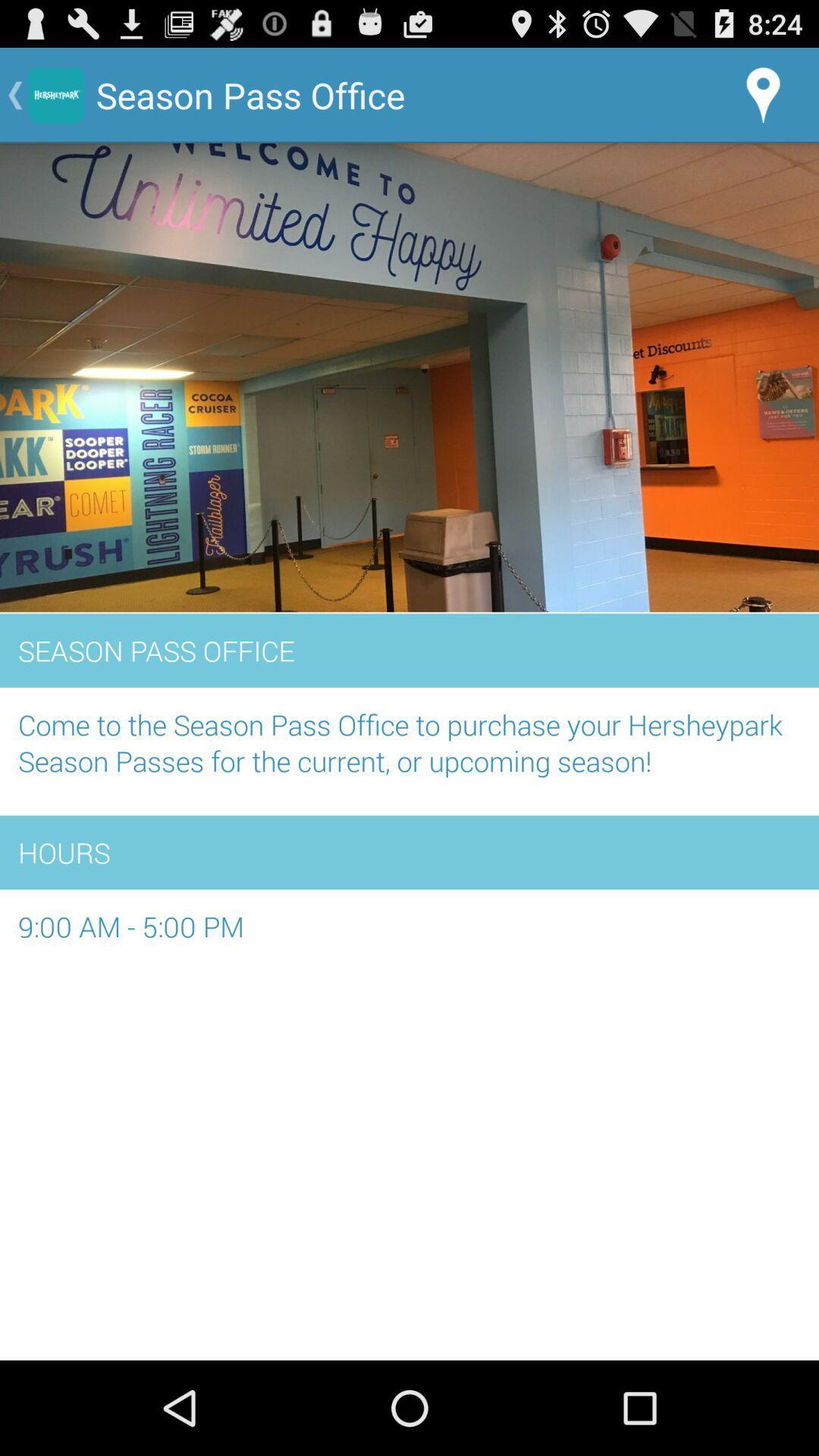  Describe the element at coordinates (409, 378) in the screenshot. I see `the icon above season pass office item` at that location.